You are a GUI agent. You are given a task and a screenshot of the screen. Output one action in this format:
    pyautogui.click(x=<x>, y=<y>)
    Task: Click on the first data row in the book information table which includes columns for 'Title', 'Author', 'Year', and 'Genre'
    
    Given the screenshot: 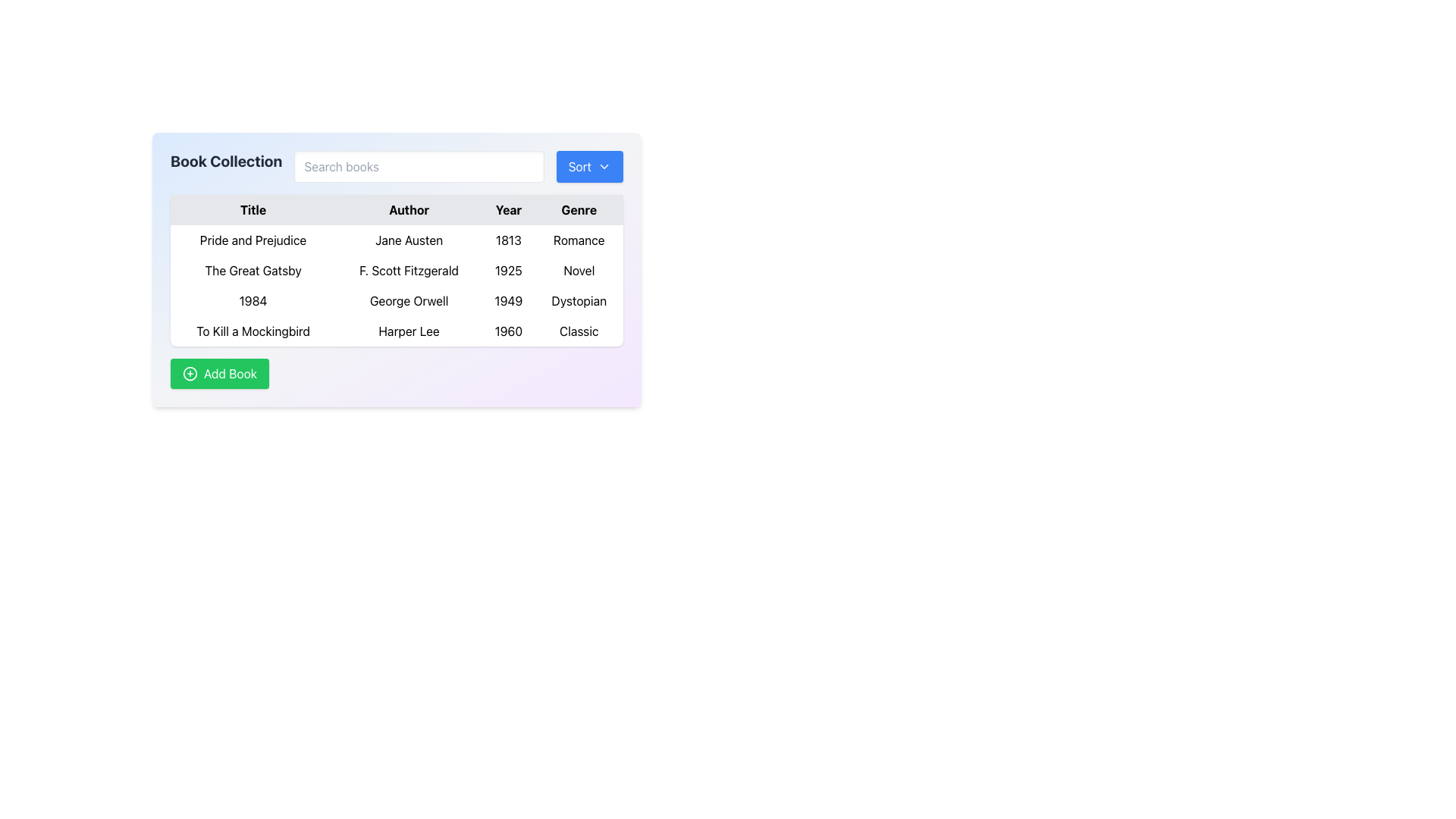 What is the action you would take?
    pyautogui.click(x=397, y=239)
    